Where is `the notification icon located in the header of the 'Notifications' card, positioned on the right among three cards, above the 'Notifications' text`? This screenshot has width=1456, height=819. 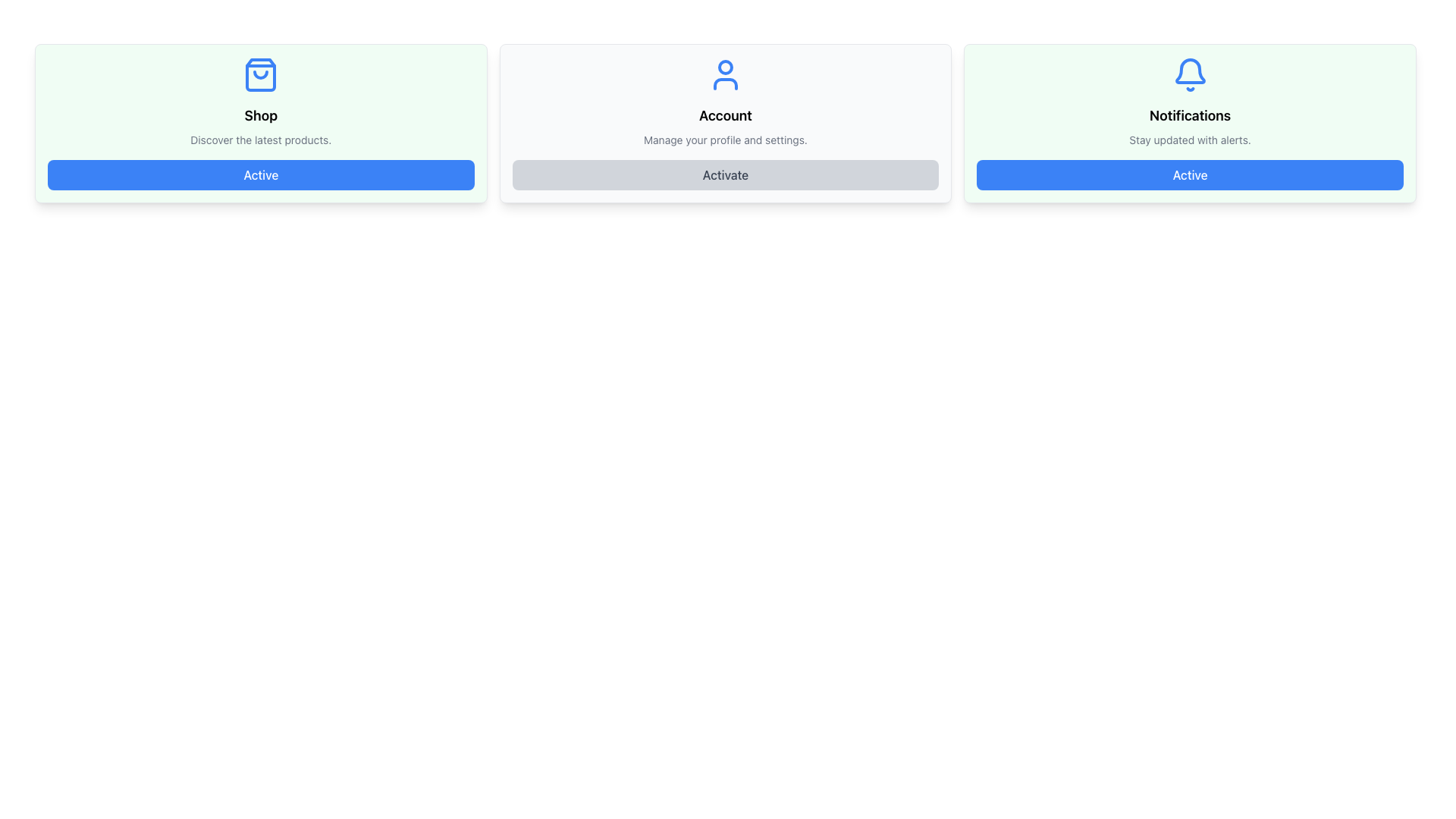
the notification icon located in the header of the 'Notifications' card, positioned on the right among three cards, above the 'Notifications' text is located at coordinates (1189, 71).